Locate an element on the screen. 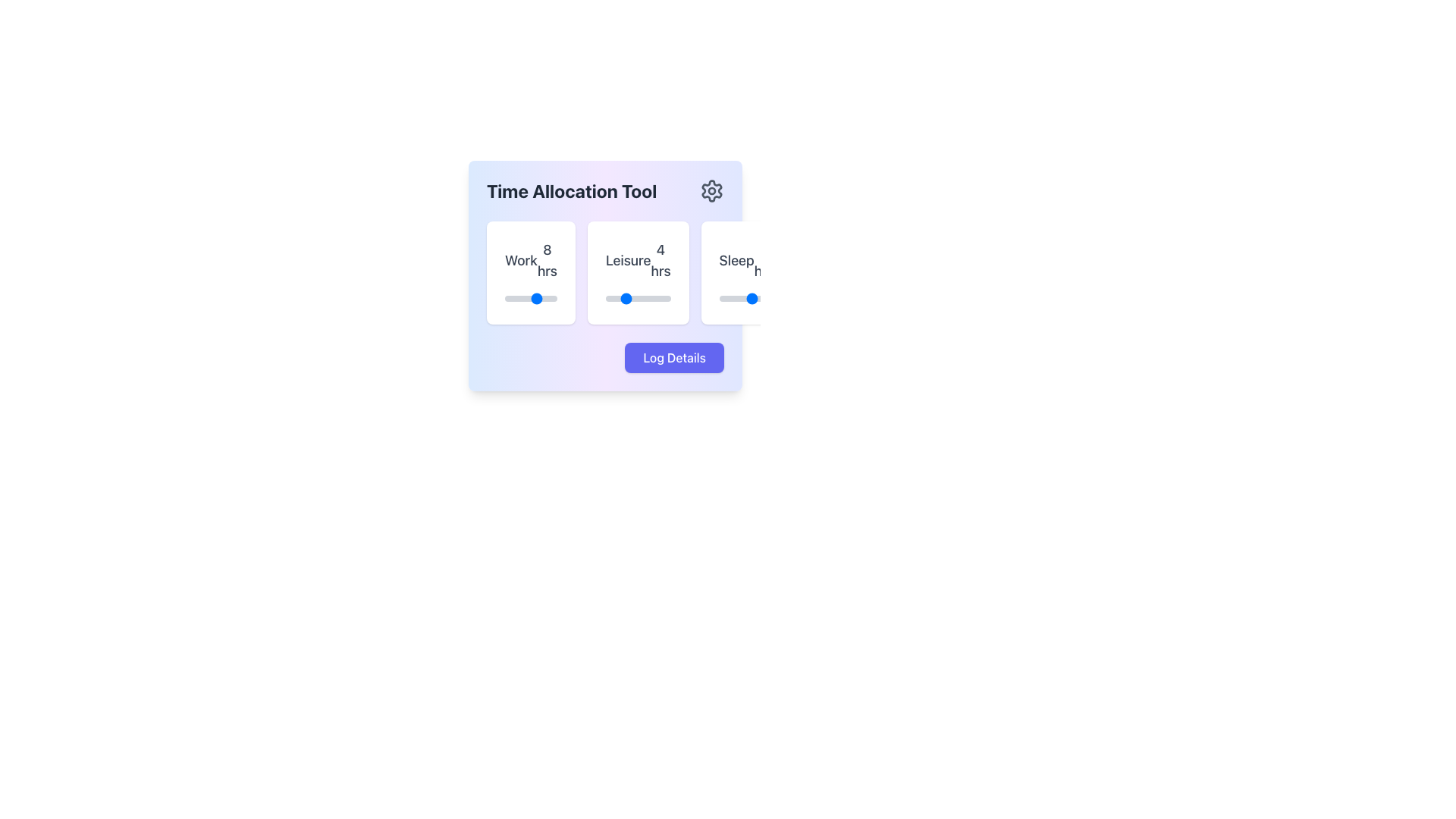  the sleep duration is located at coordinates (718, 298).